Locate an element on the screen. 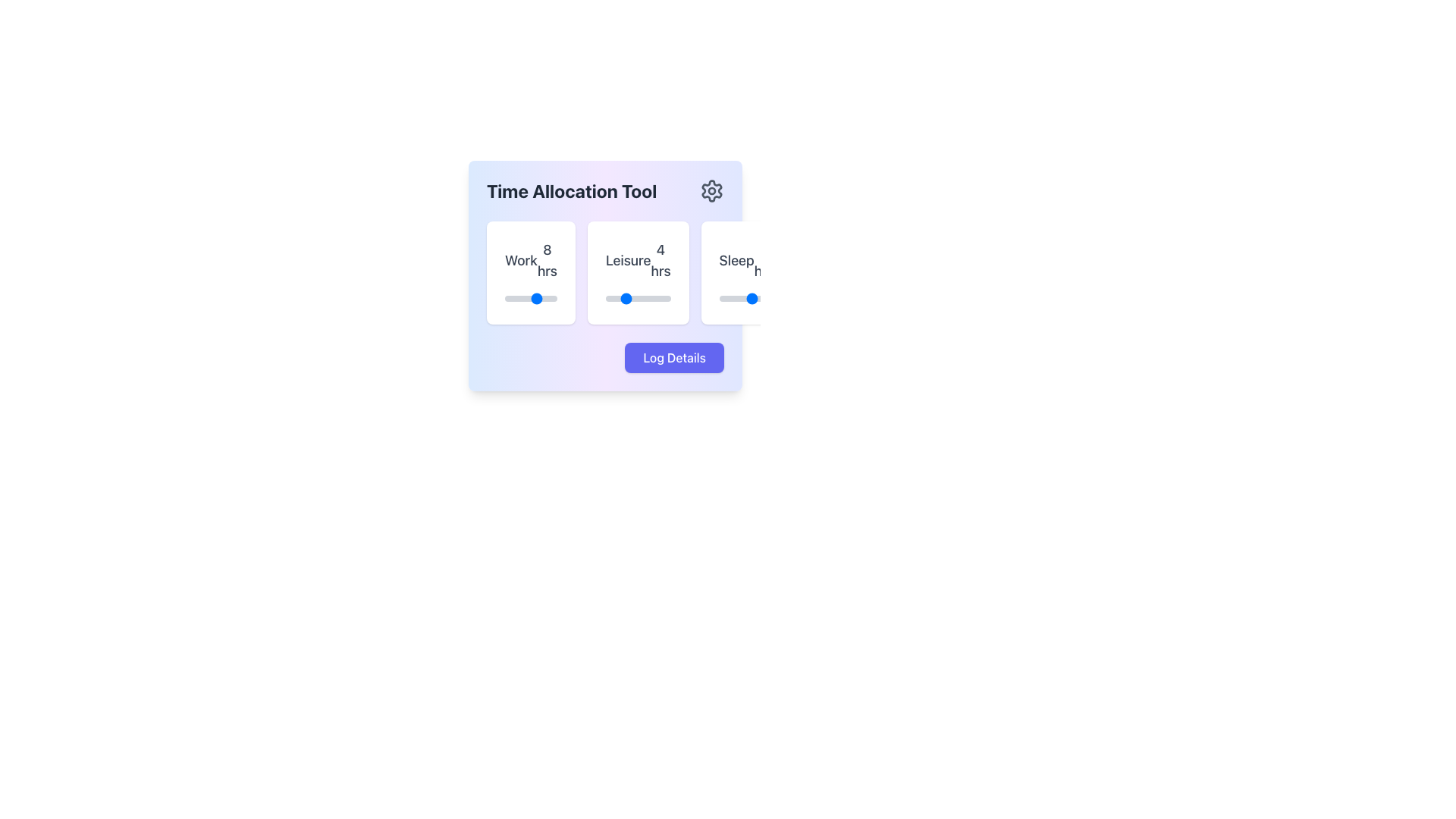  the sleep duration is located at coordinates (718, 298).